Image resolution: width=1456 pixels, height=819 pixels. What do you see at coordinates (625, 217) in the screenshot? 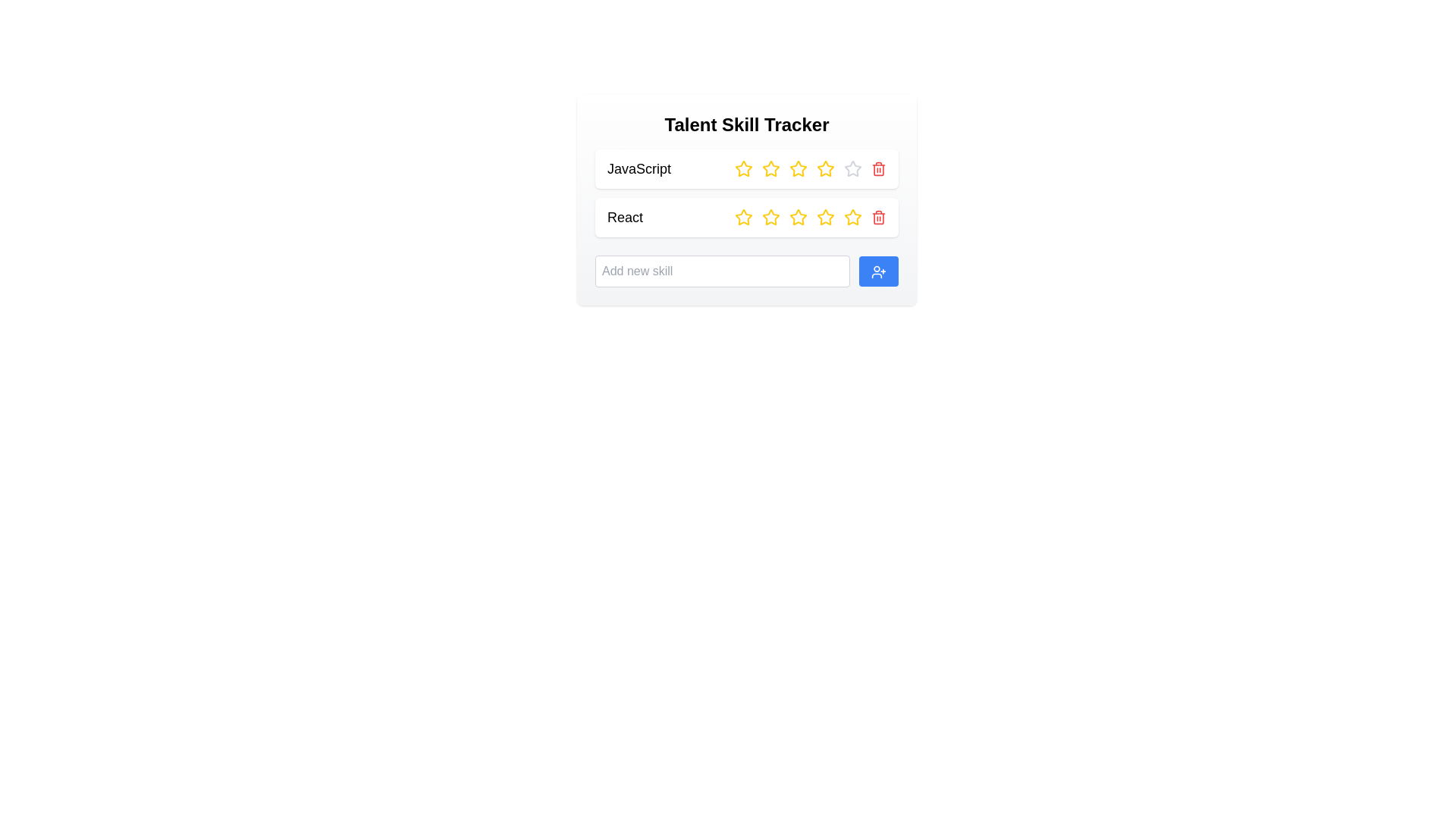
I see `label identifying the skill category located below the 'JavaScript' card and above the 'Add new skill' input box in the skill tracker UI` at bounding box center [625, 217].